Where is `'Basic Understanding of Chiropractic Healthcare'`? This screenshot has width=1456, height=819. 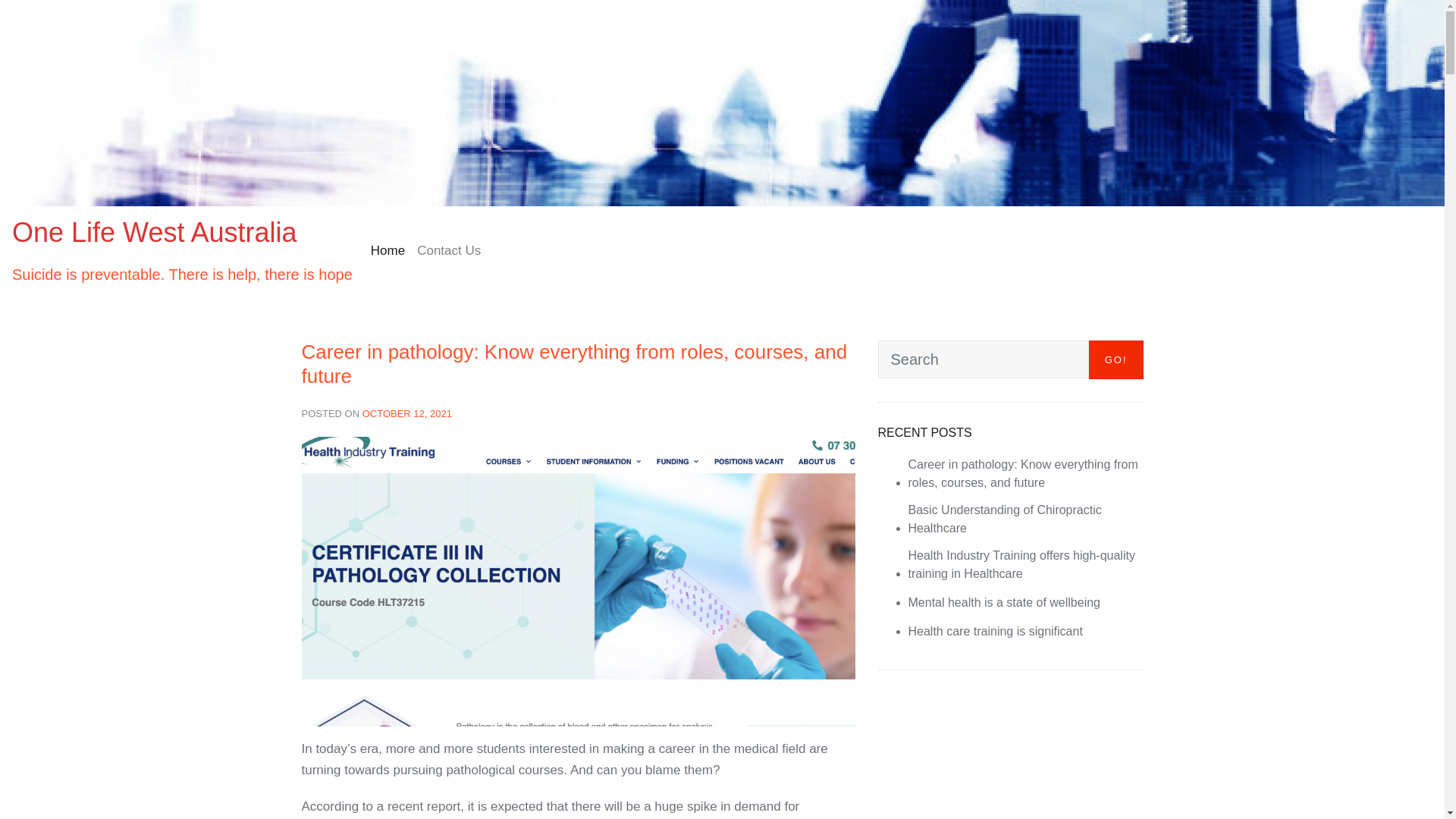 'Basic Understanding of Chiropractic Healthcare' is located at coordinates (1026, 519).